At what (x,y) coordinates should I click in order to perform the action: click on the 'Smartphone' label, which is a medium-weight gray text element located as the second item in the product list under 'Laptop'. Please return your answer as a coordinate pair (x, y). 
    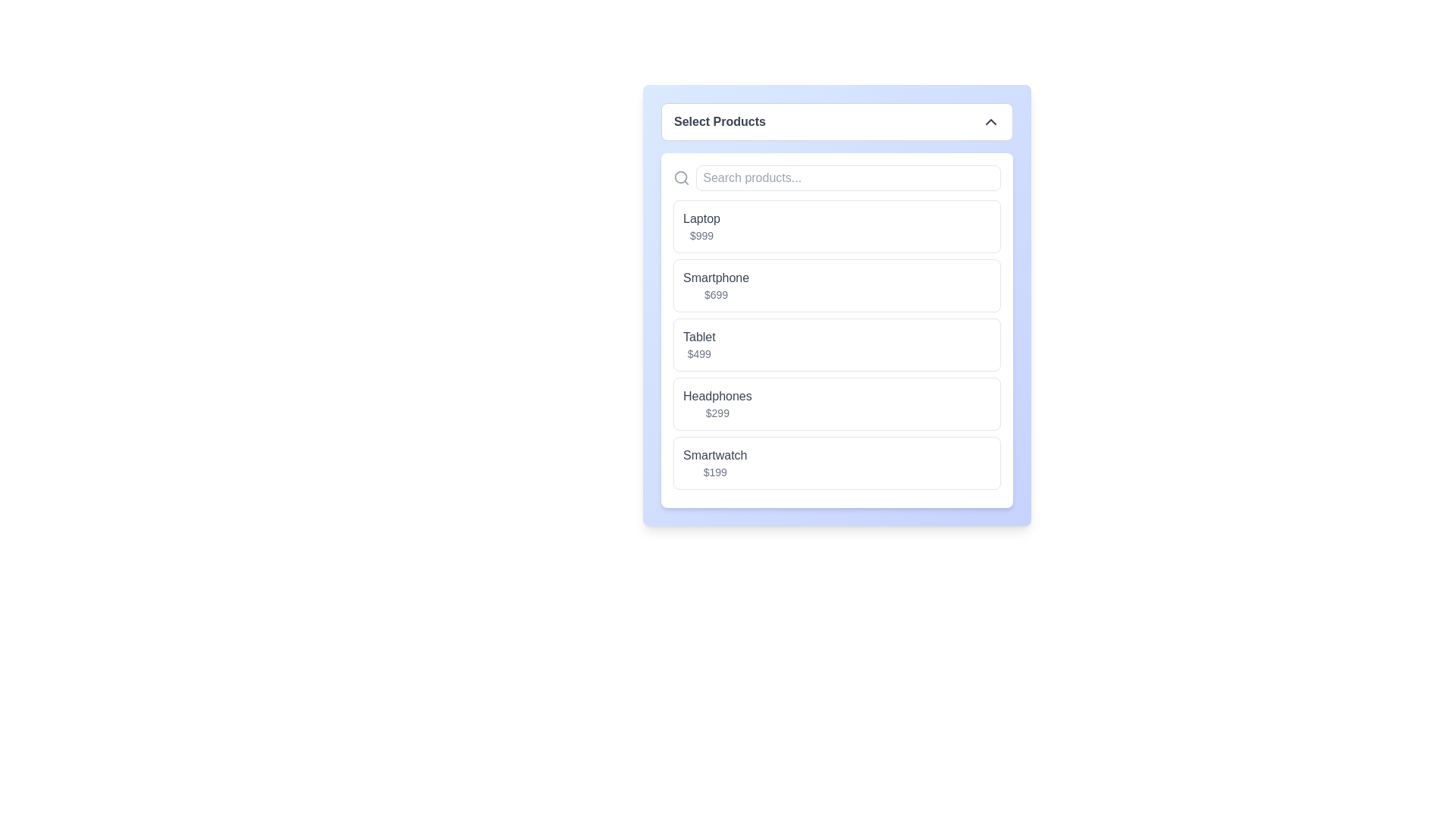
    Looking at the image, I should click on (715, 278).